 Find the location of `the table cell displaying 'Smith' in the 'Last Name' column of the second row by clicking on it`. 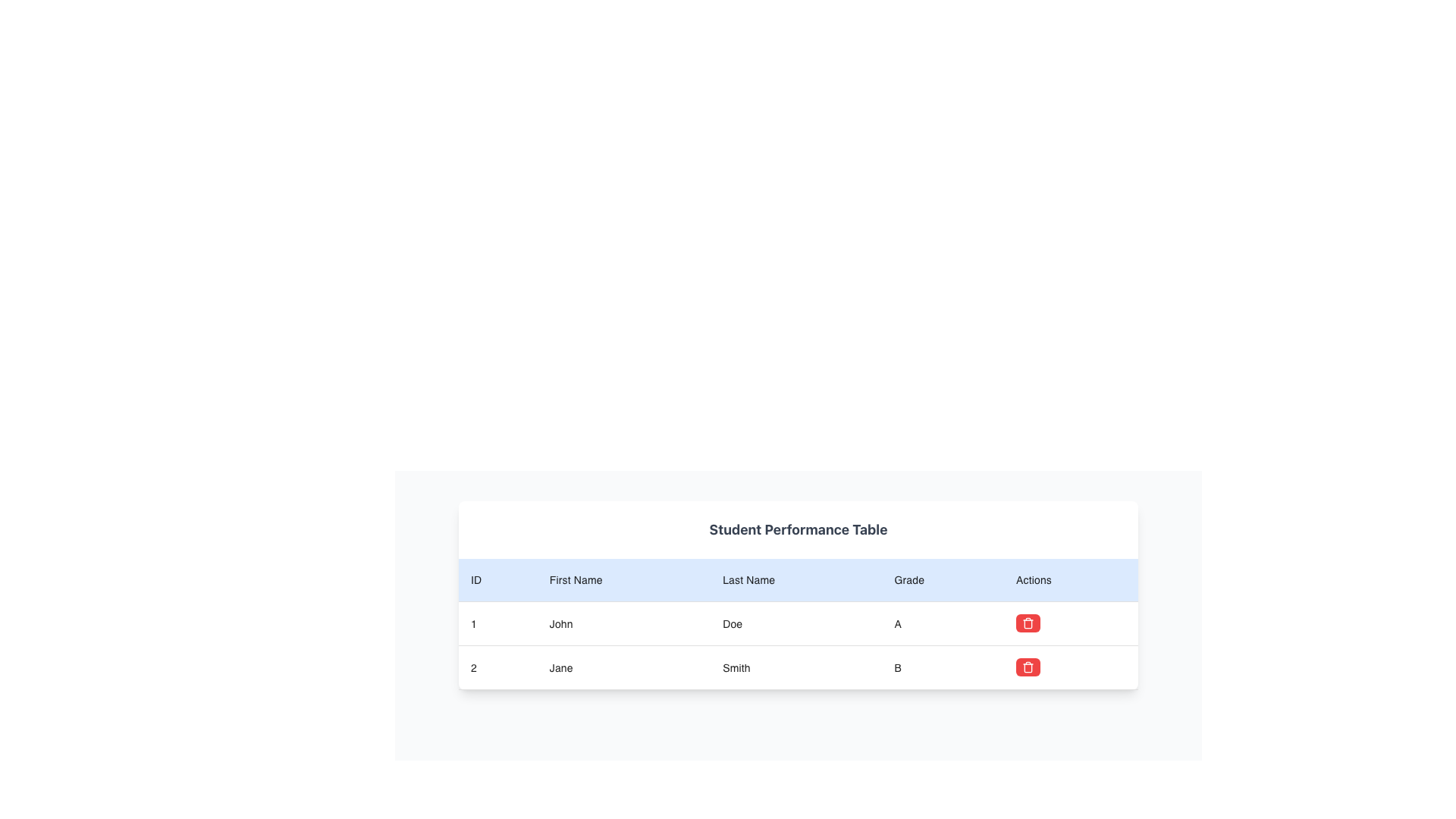

the table cell displaying 'Smith' in the 'Last Name' column of the second row by clicking on it is located at coordinates (795, 667).